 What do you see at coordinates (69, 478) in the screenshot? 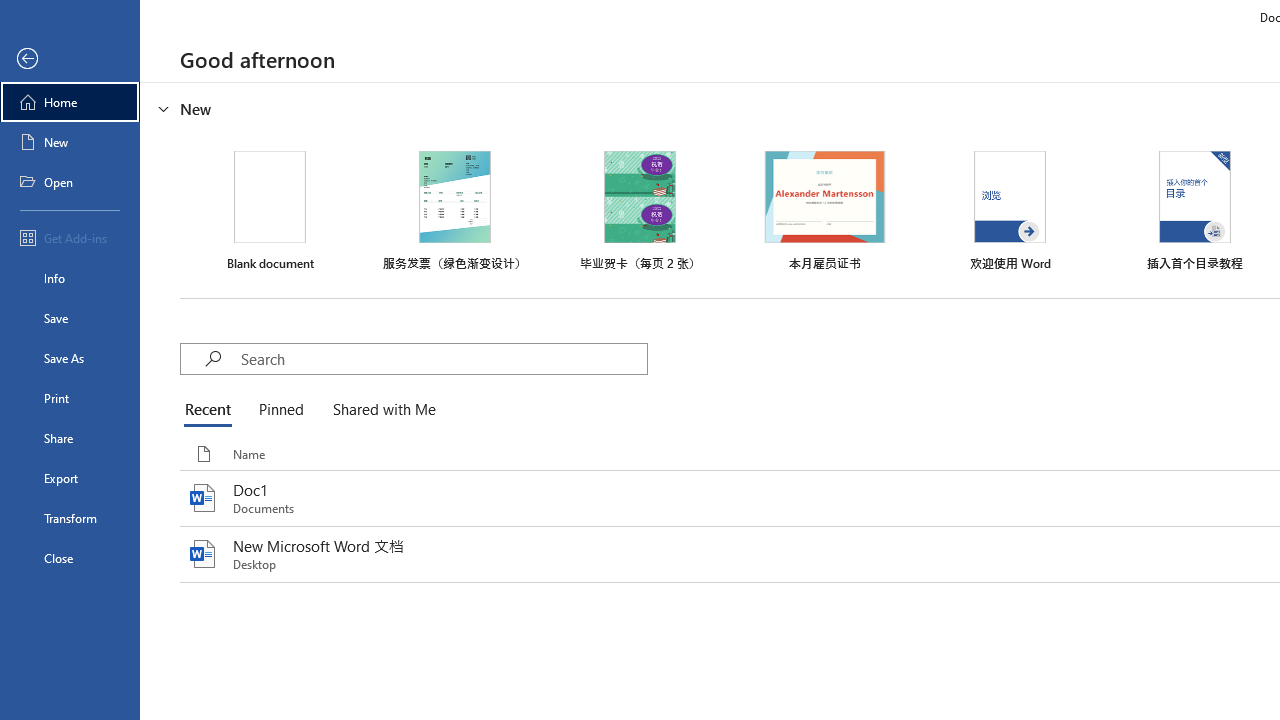
I see `'Export'` at bounding box center [69, 478].